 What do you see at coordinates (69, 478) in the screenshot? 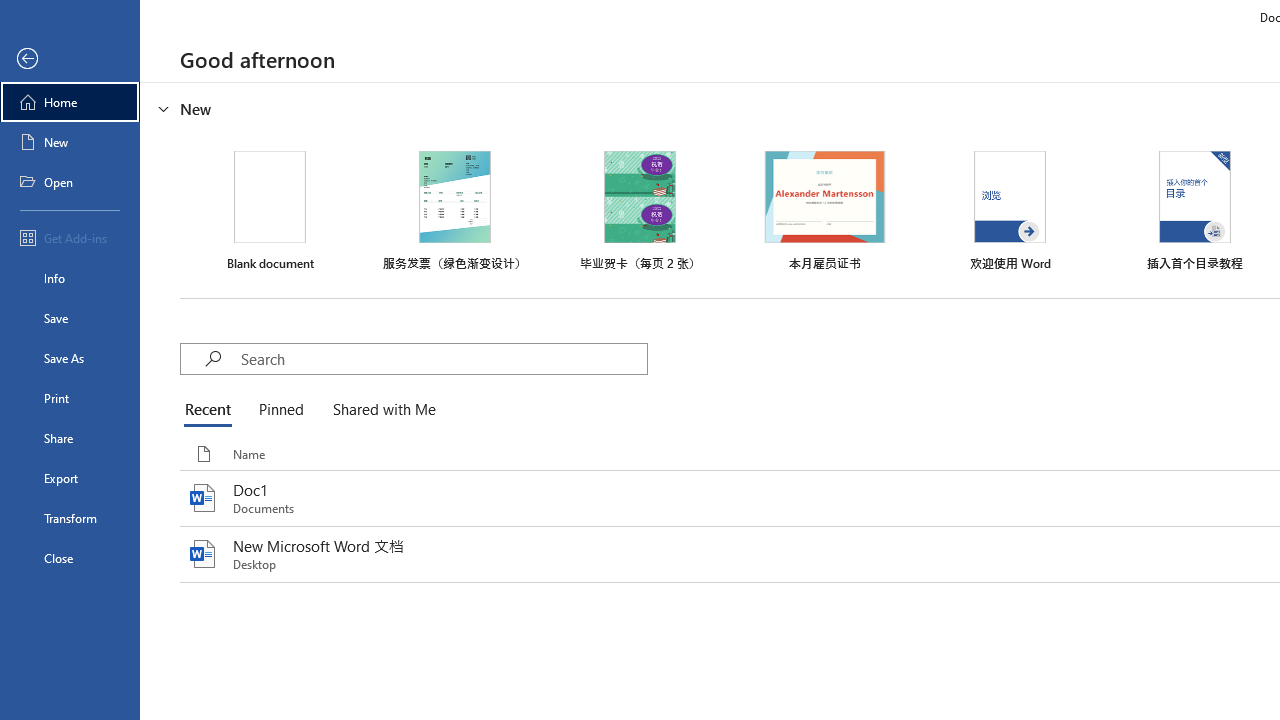
I see `'Export'` at bounding box center [69, 478].